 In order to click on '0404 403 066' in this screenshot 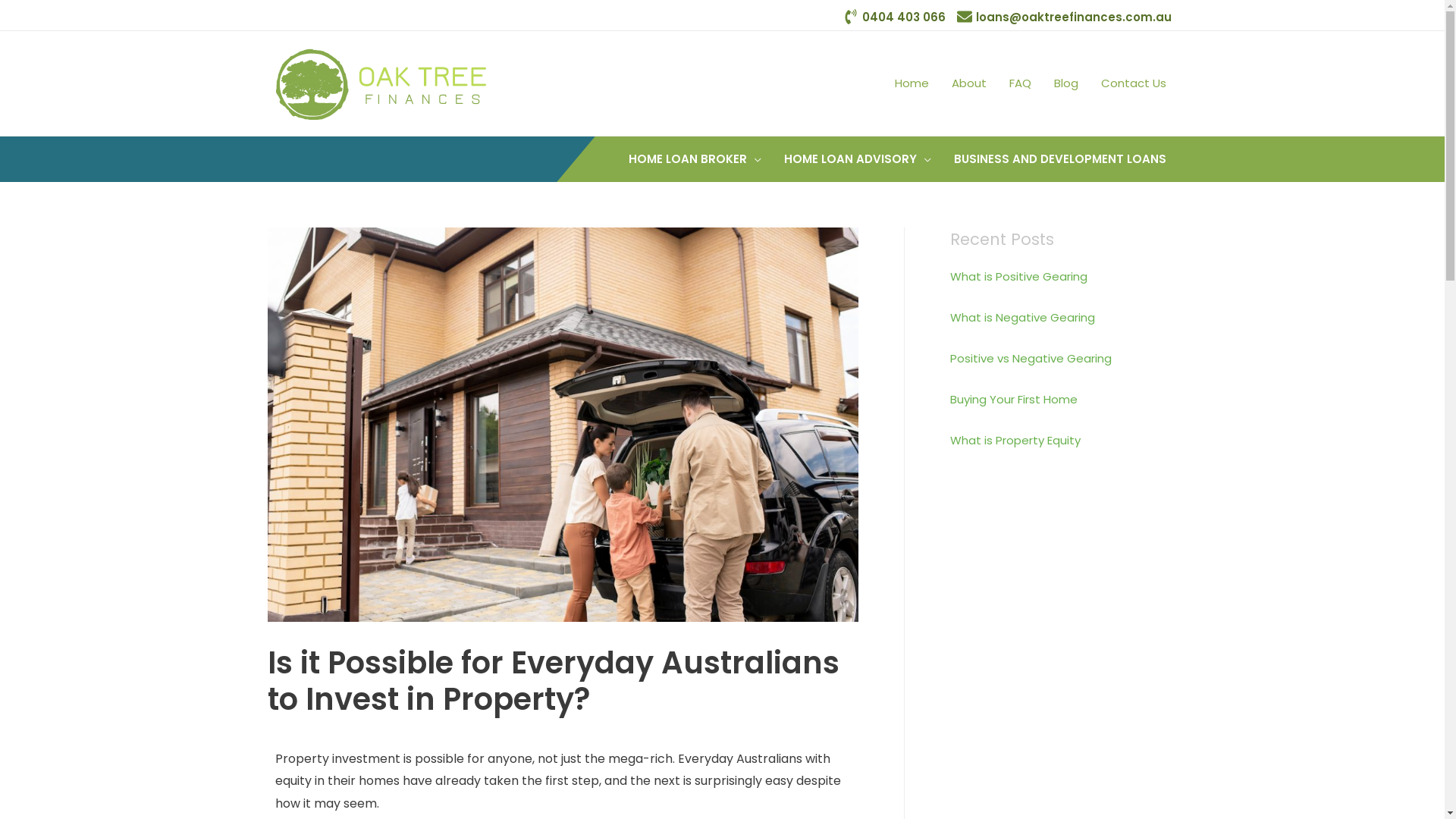, I will do `click(843, 17)`.